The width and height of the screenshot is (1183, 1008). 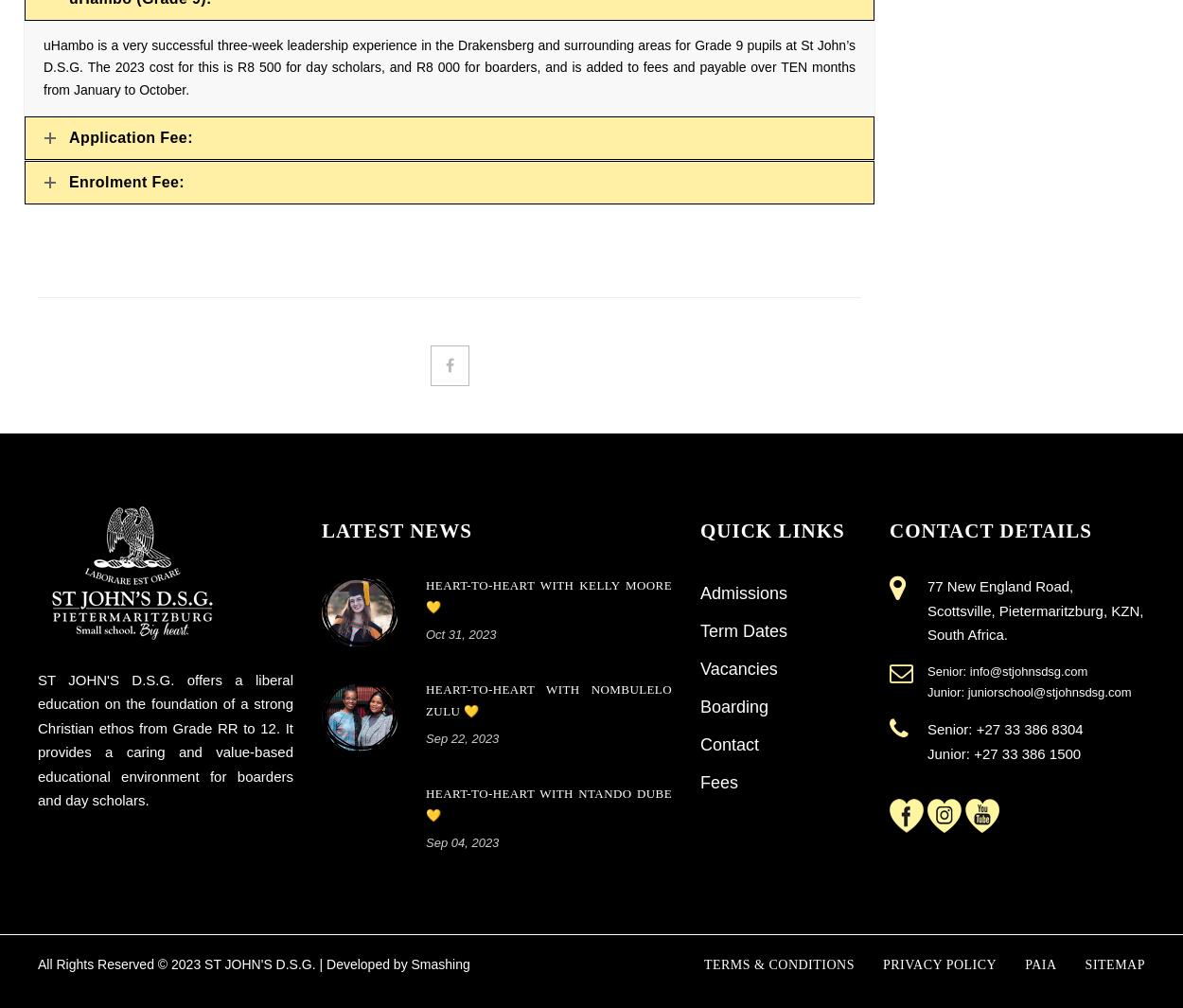 I want to click on 'Admissions', so click(x=743, y=592).